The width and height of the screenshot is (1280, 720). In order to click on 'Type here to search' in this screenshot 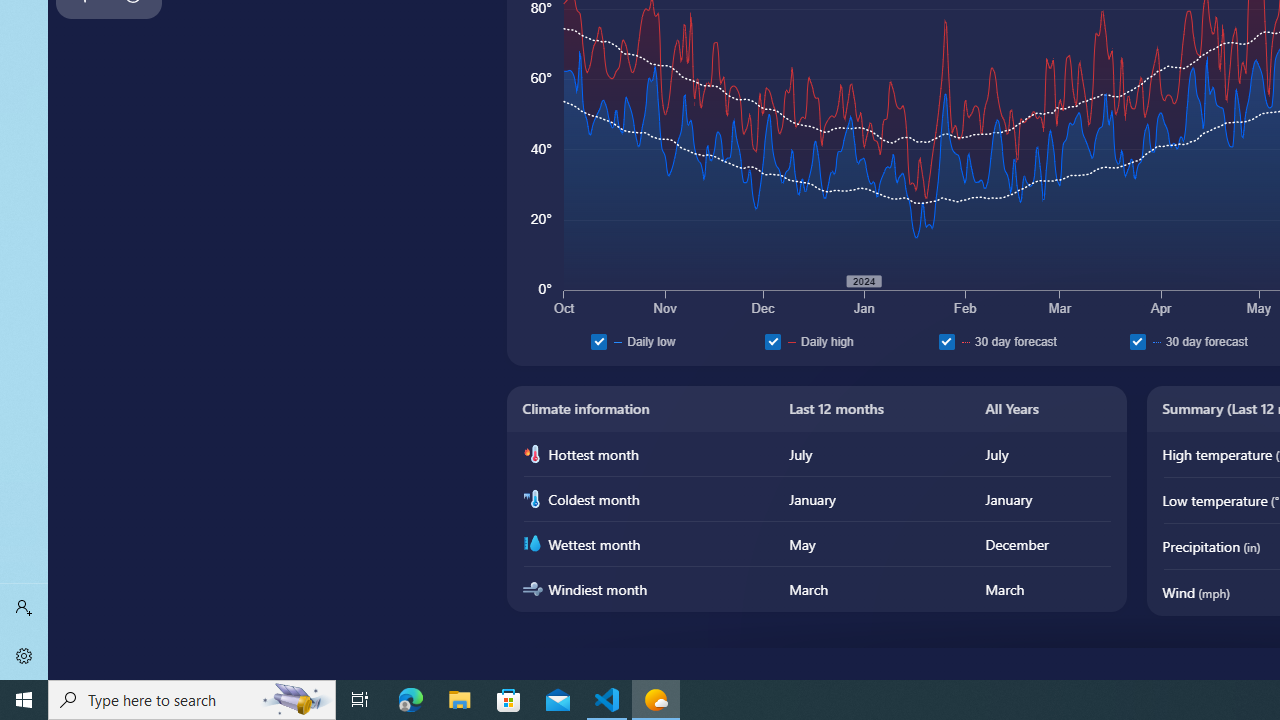, I will do `click(192, 698)`.